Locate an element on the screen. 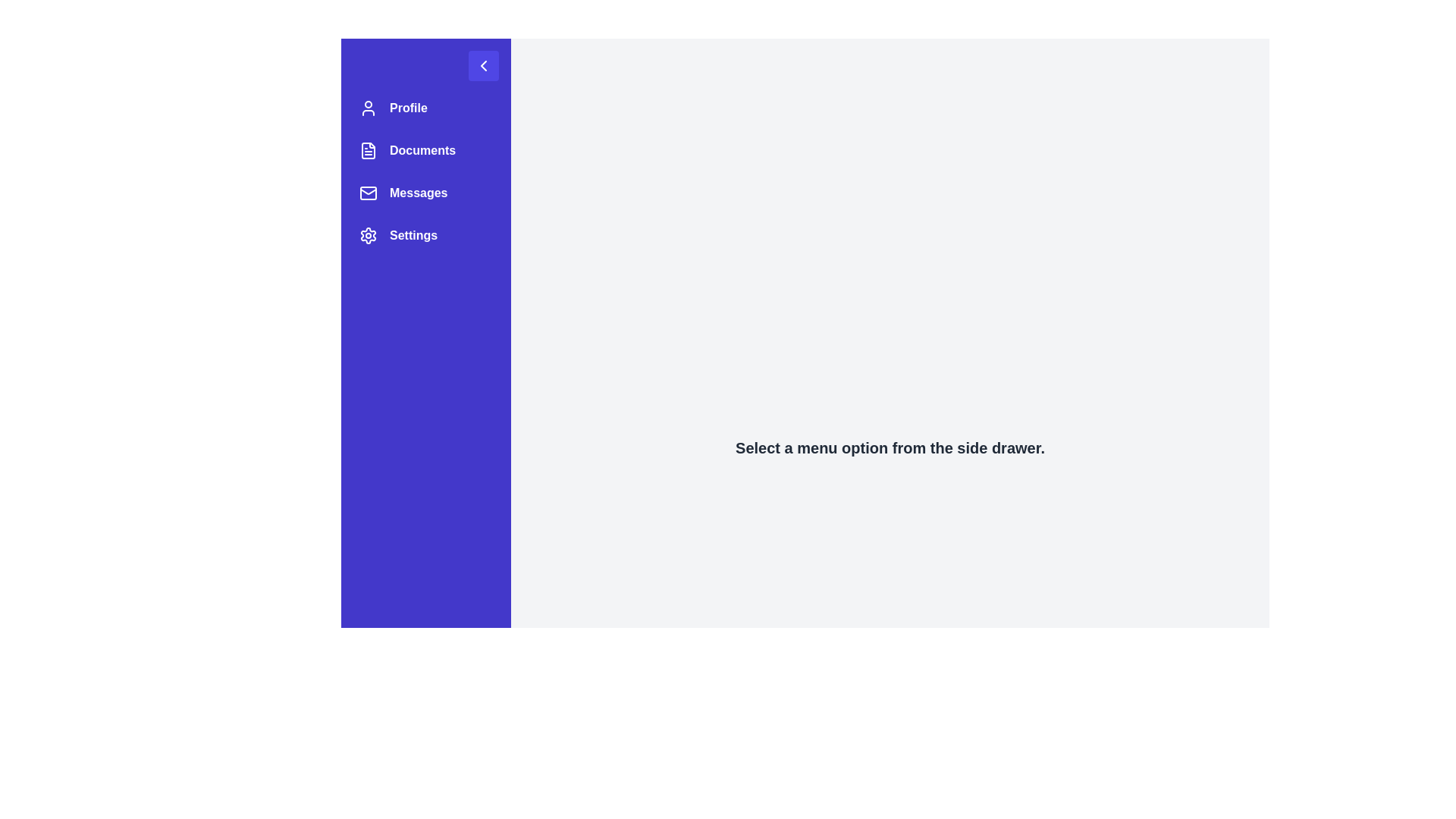 This screenshot has width=1456, height=819. the cog-shaped icon with a blue fill that represents settings functionality, located adjacent to the 'Settings' label in the vertical menu is located at coordinates (368, 236).